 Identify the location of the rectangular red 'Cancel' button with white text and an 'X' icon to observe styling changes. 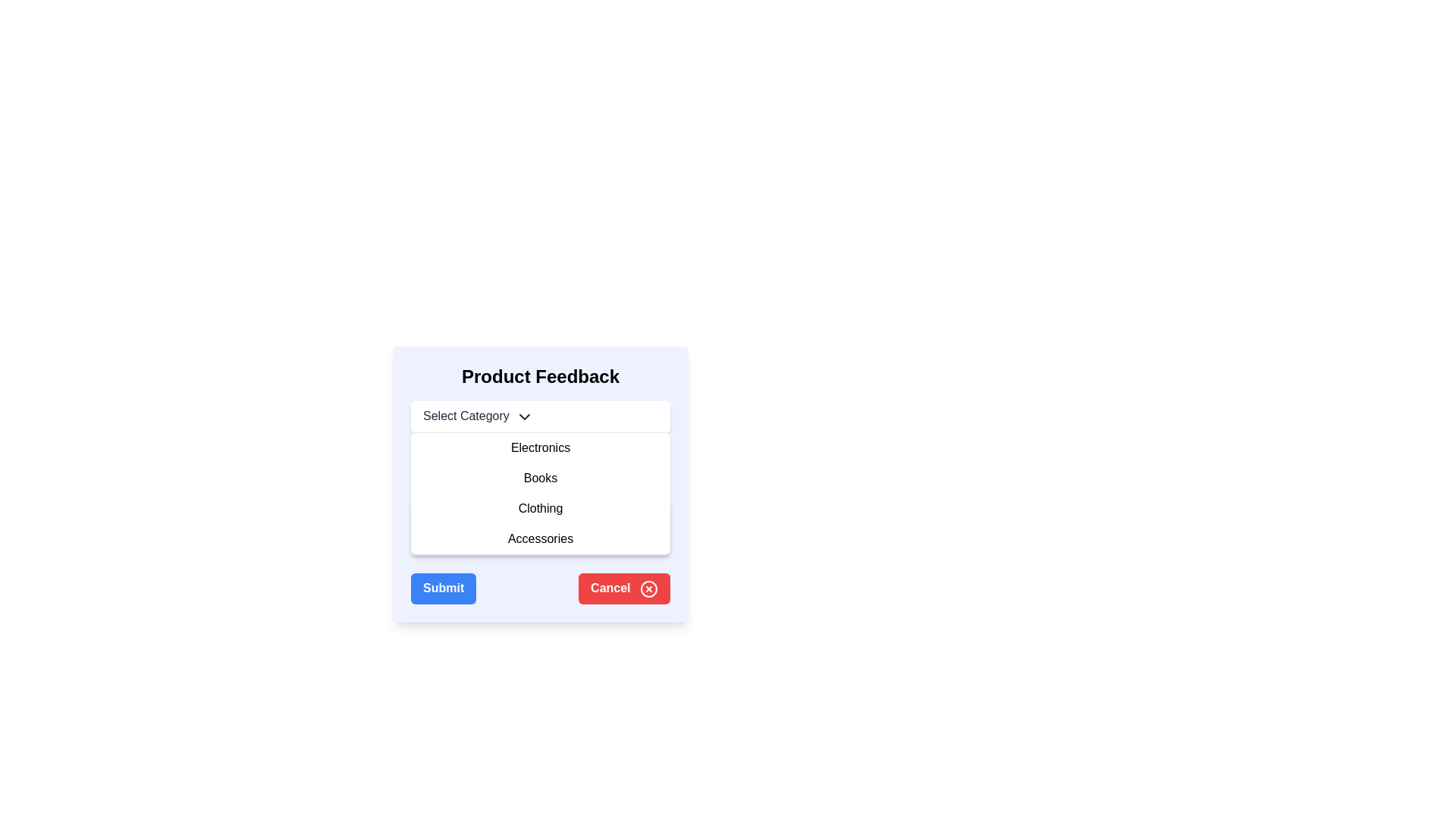
(624, 588).